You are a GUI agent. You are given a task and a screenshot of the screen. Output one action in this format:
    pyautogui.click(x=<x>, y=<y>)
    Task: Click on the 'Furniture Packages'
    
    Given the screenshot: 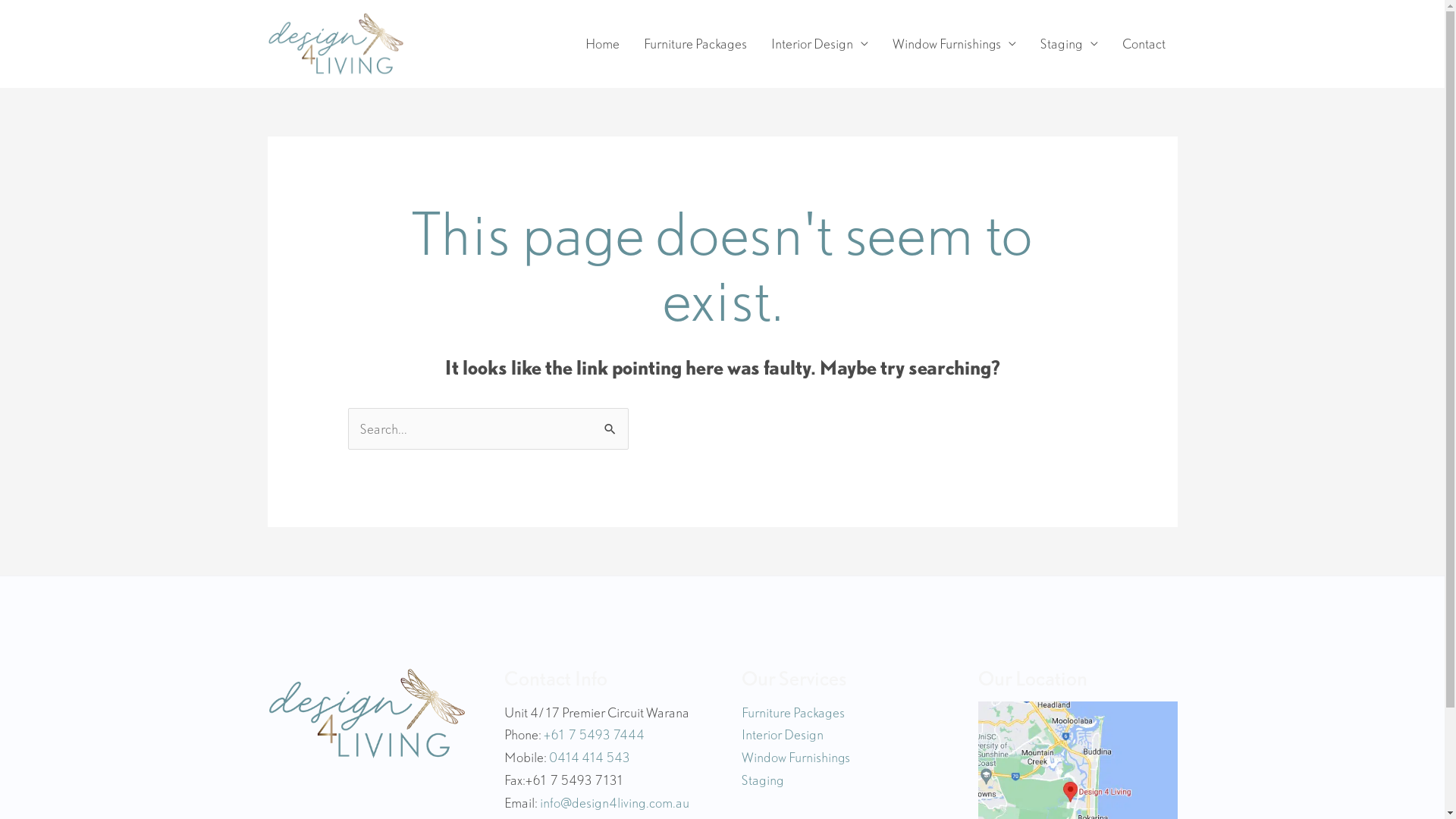 What is the action you would take?
    pyautogui.click(x=742, y=712)
    